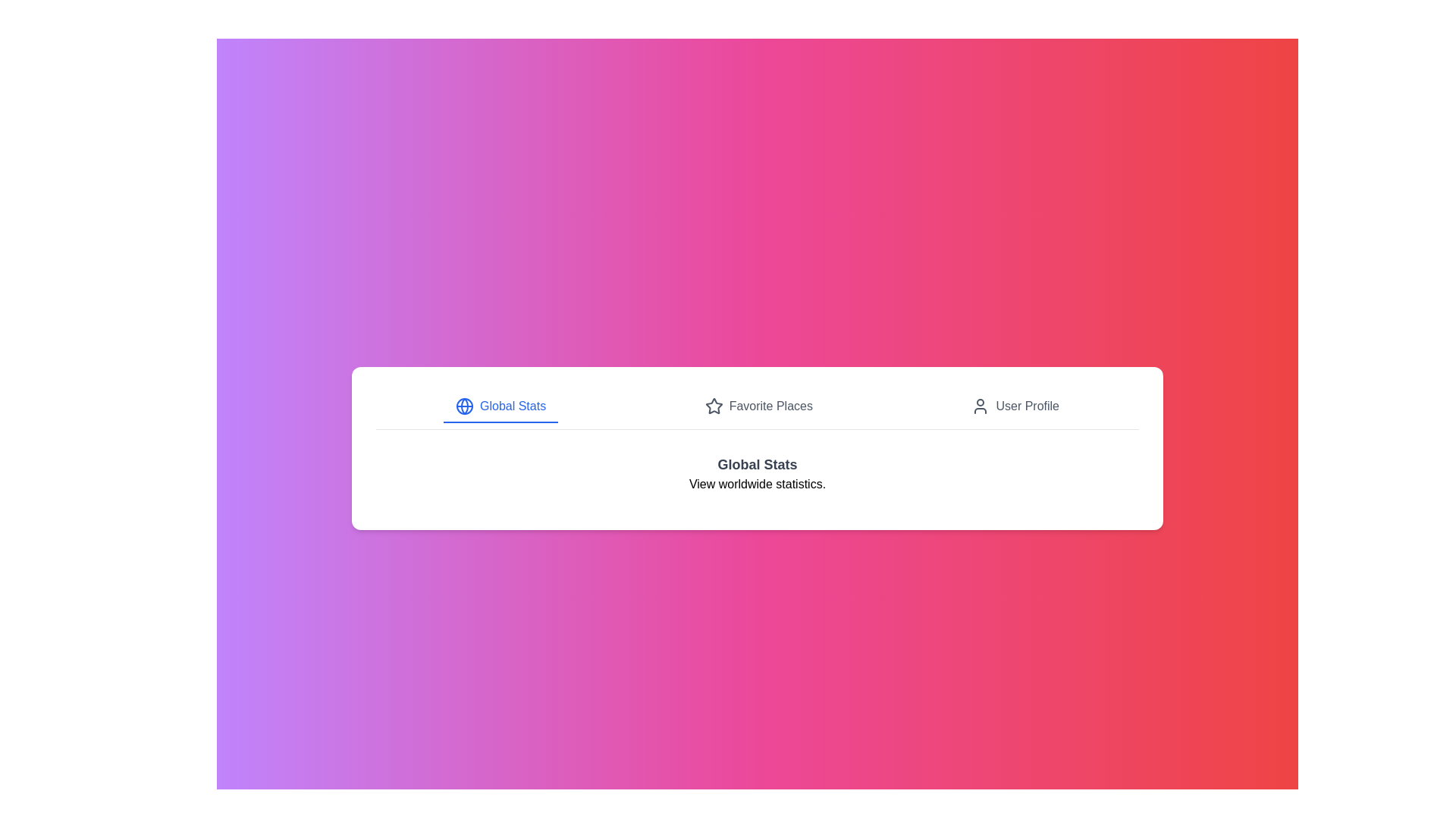 Image resolution: width=1456 pixels, height=819 pixels. I want to click on the user icon, which is a minimalistic dark gray silhouette located in the top-right navigational section, preceding the 'User Profile' label, so click(981, 405).